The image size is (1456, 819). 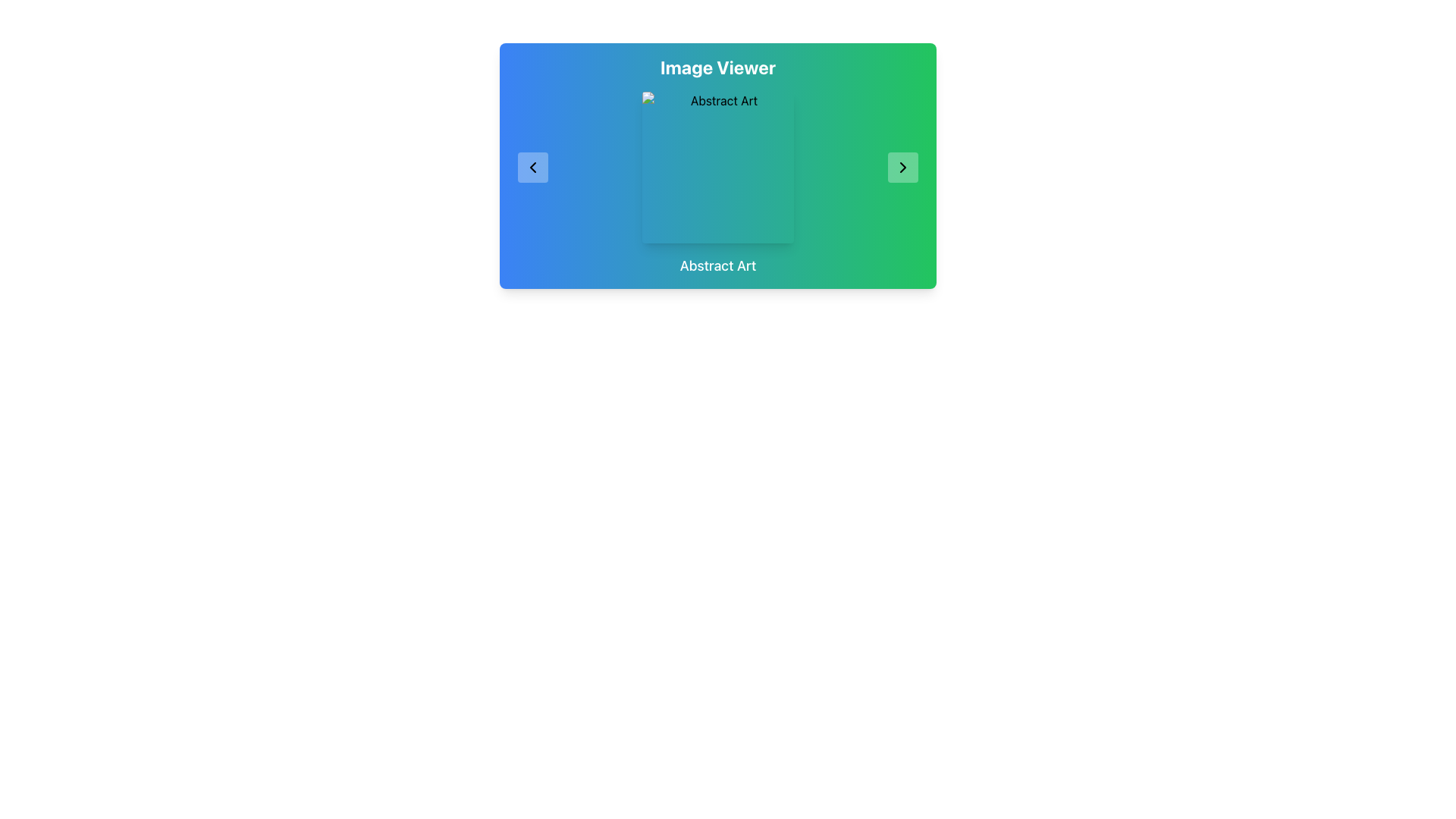 I want to click on the right-chevron icon located within the button in the top-right corner of the interface, so click(x=902, y=167).